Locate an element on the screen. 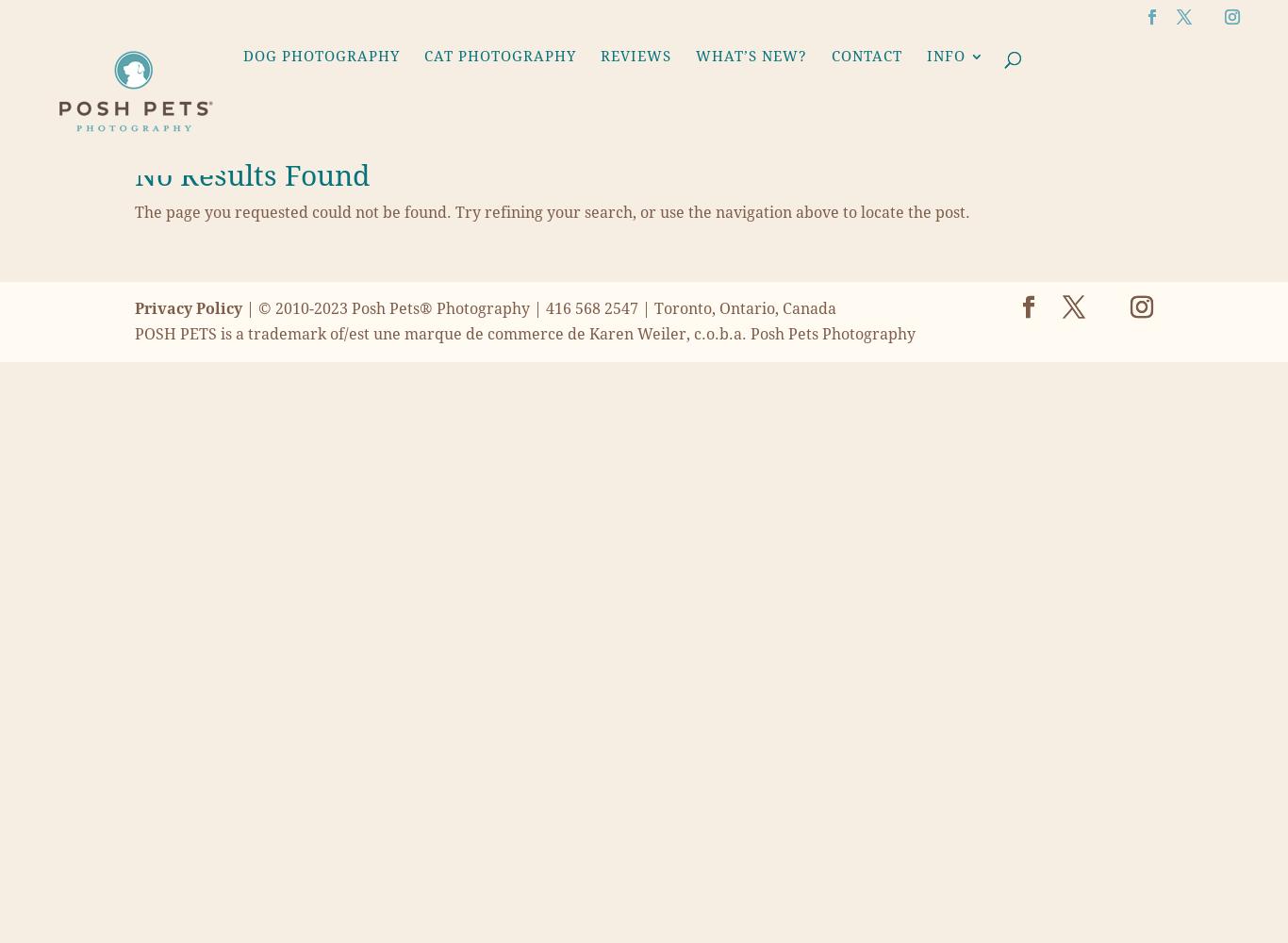 Image resolution: width=1288 pixels, height=943 pixels. 'Reviews' is located at coordinates (635, 56).